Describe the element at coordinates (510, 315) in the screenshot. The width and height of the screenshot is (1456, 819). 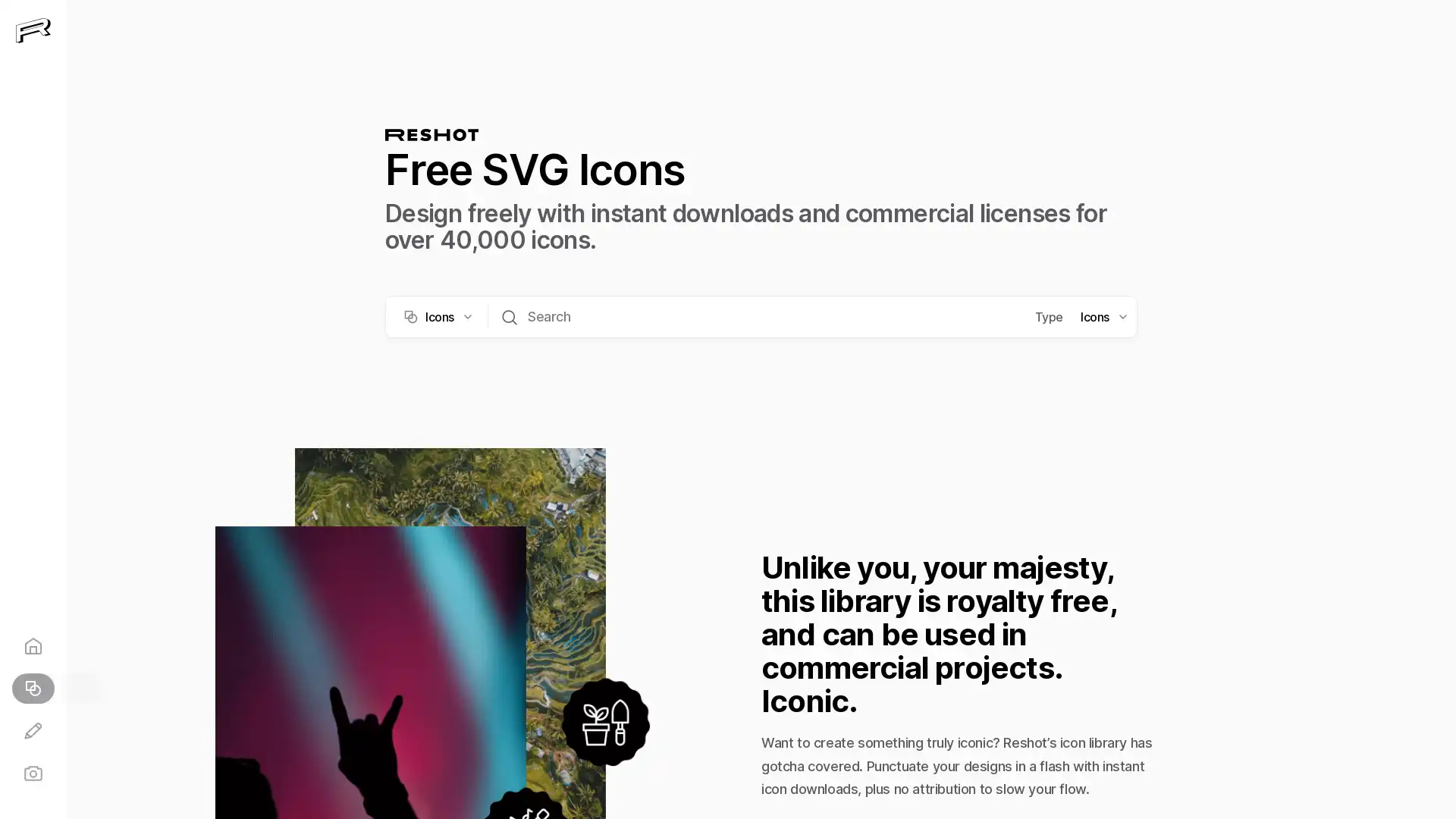
I see `Search` at that location.